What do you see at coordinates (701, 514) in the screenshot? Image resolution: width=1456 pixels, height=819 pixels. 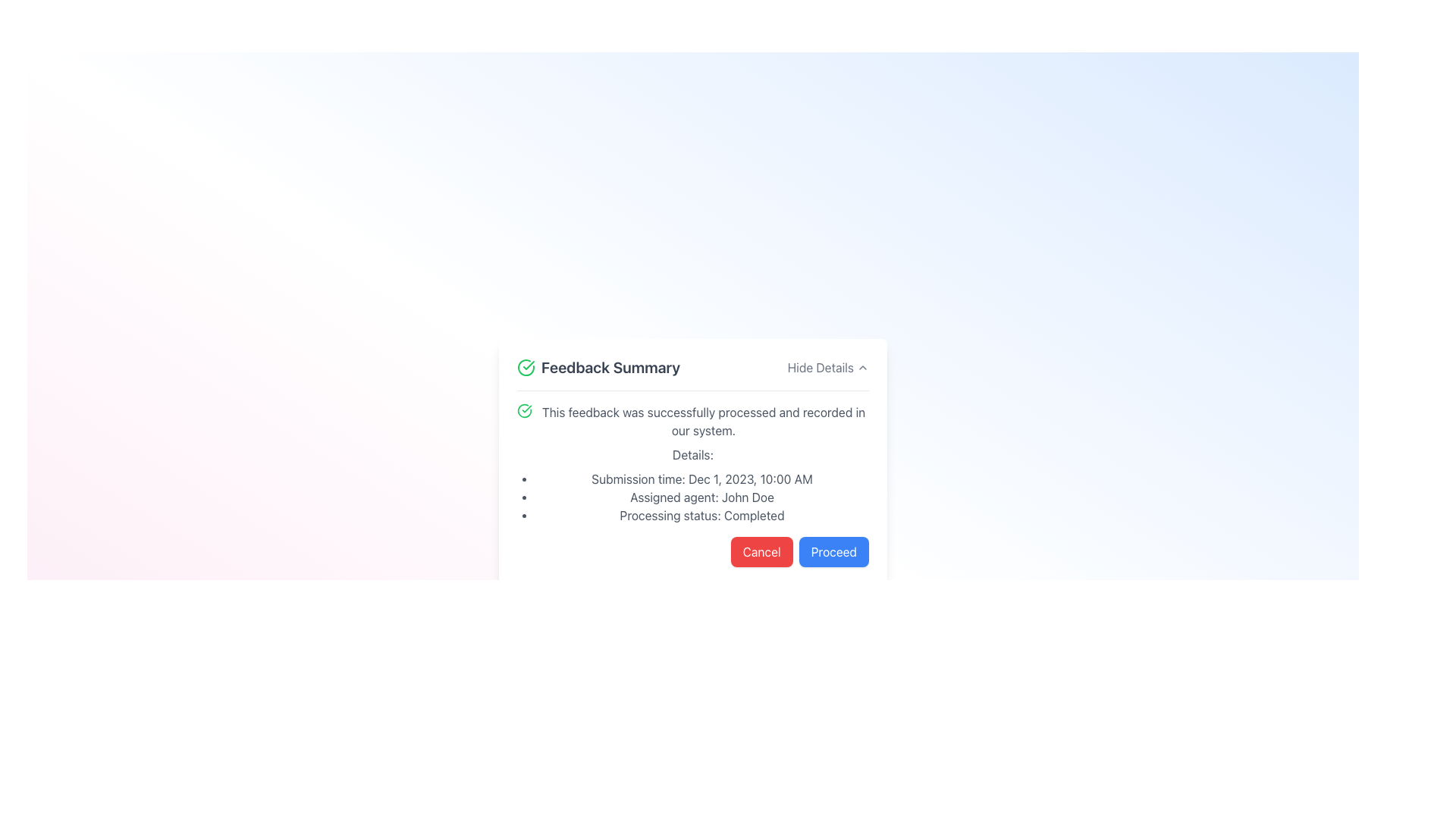 I see `static text 'Processing status: Completed' which is the third item in the bulleted list under 'Details' in the 'Feedback Summary' section` at bounding box center [701, 514].